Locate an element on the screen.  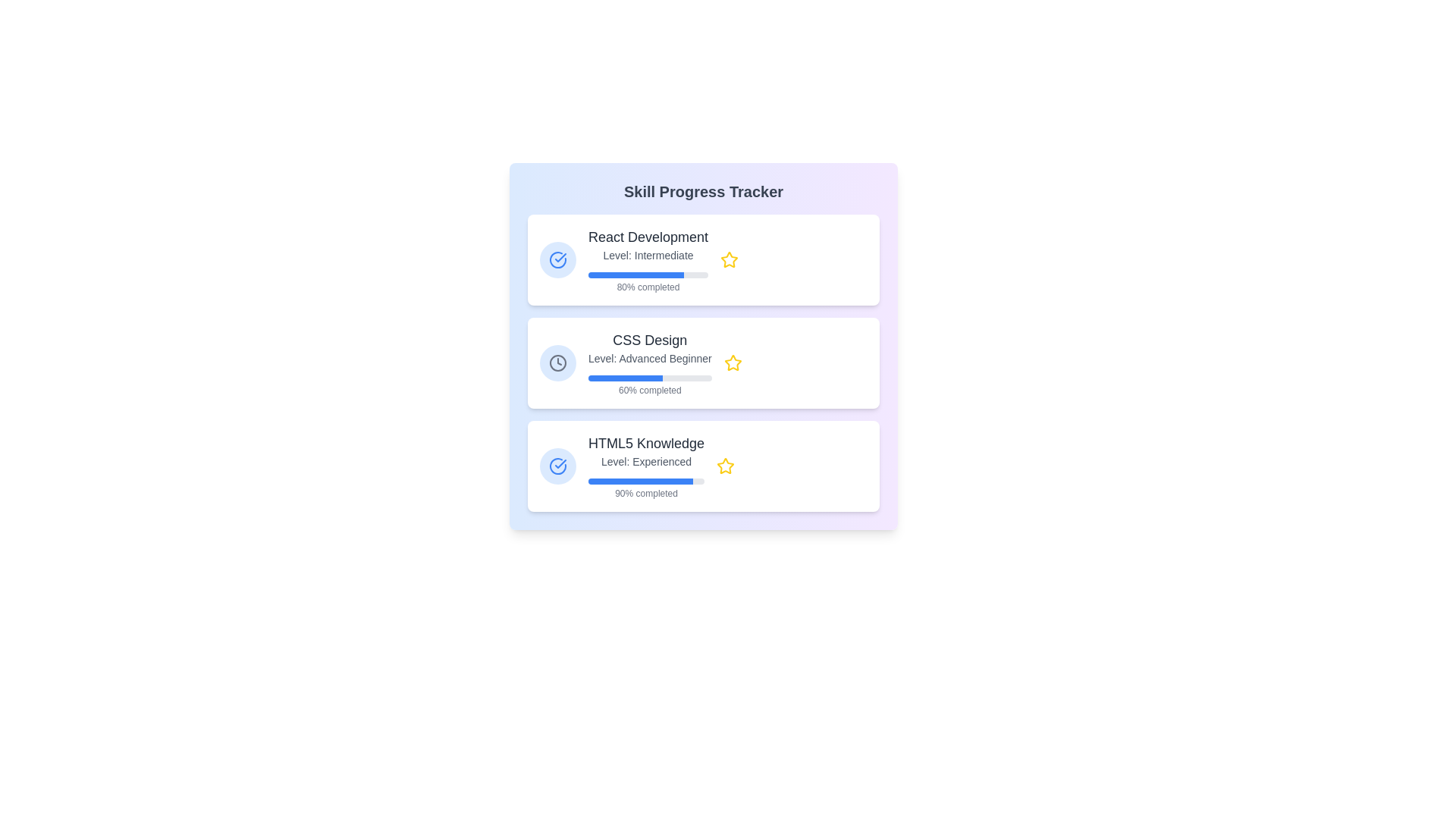
the 'Skill Progress Tracker' title label to potentially see additional information is located at coordinates (702, 191).